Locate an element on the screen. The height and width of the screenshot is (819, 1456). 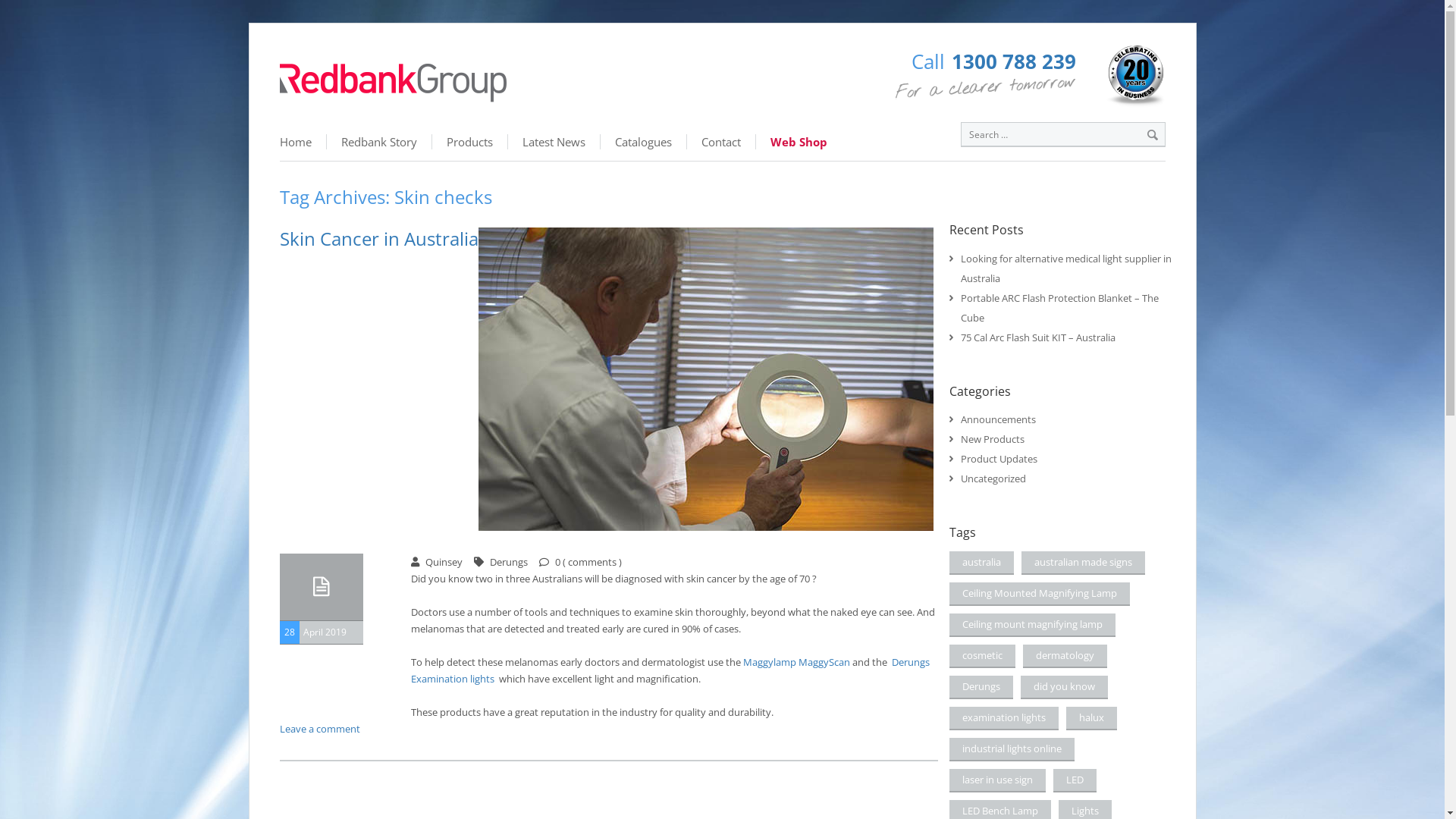
'Web Shop' is located at coordinates (755, 141).